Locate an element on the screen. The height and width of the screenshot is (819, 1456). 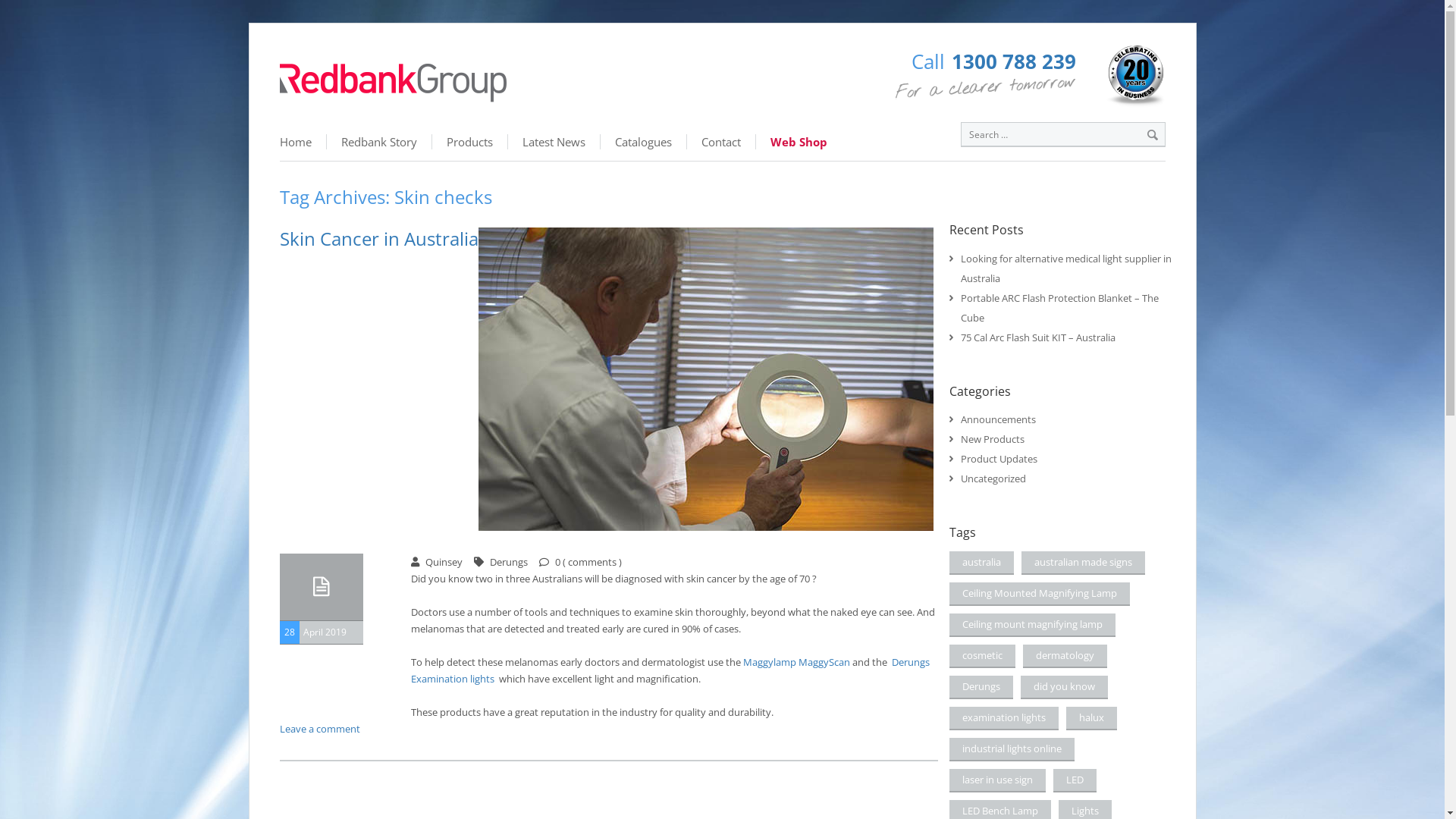
'Web Shop' is located at coordinates (755, 141).